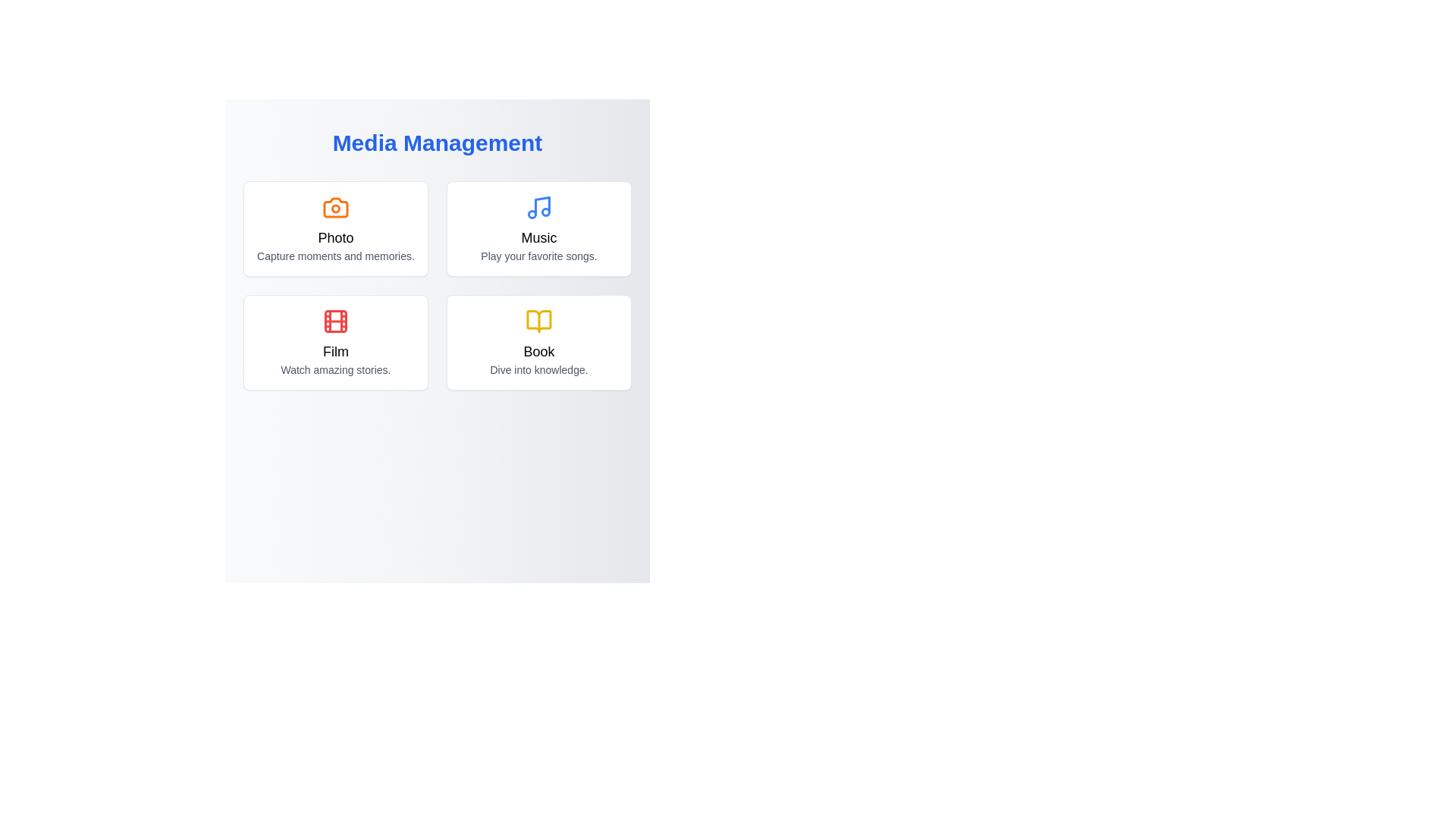 The height and width of the screenshot is (819, 1456). I want to click on text label that displays the word 'Book', which is centrally positioned below a yellow book icon and above the text 'Dive into knowledge.', so click(538, 351).